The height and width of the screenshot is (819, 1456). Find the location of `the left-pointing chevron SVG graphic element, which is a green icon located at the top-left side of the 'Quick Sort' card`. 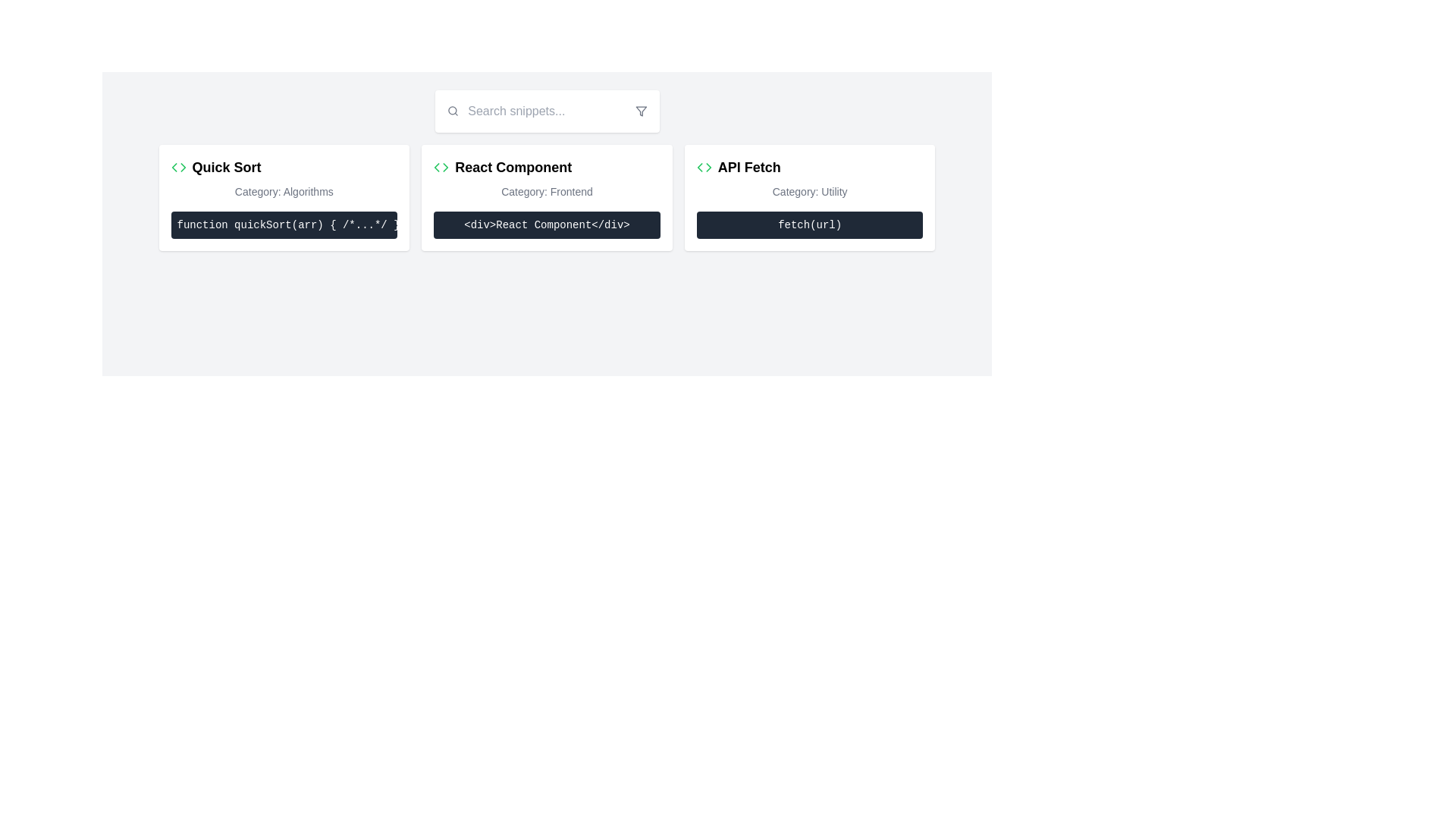

the left-pointing chevron SVG graphic element, which is a green icon located at the top-left side of the 'Quick Sort' card is located at coordinates (436, 167).